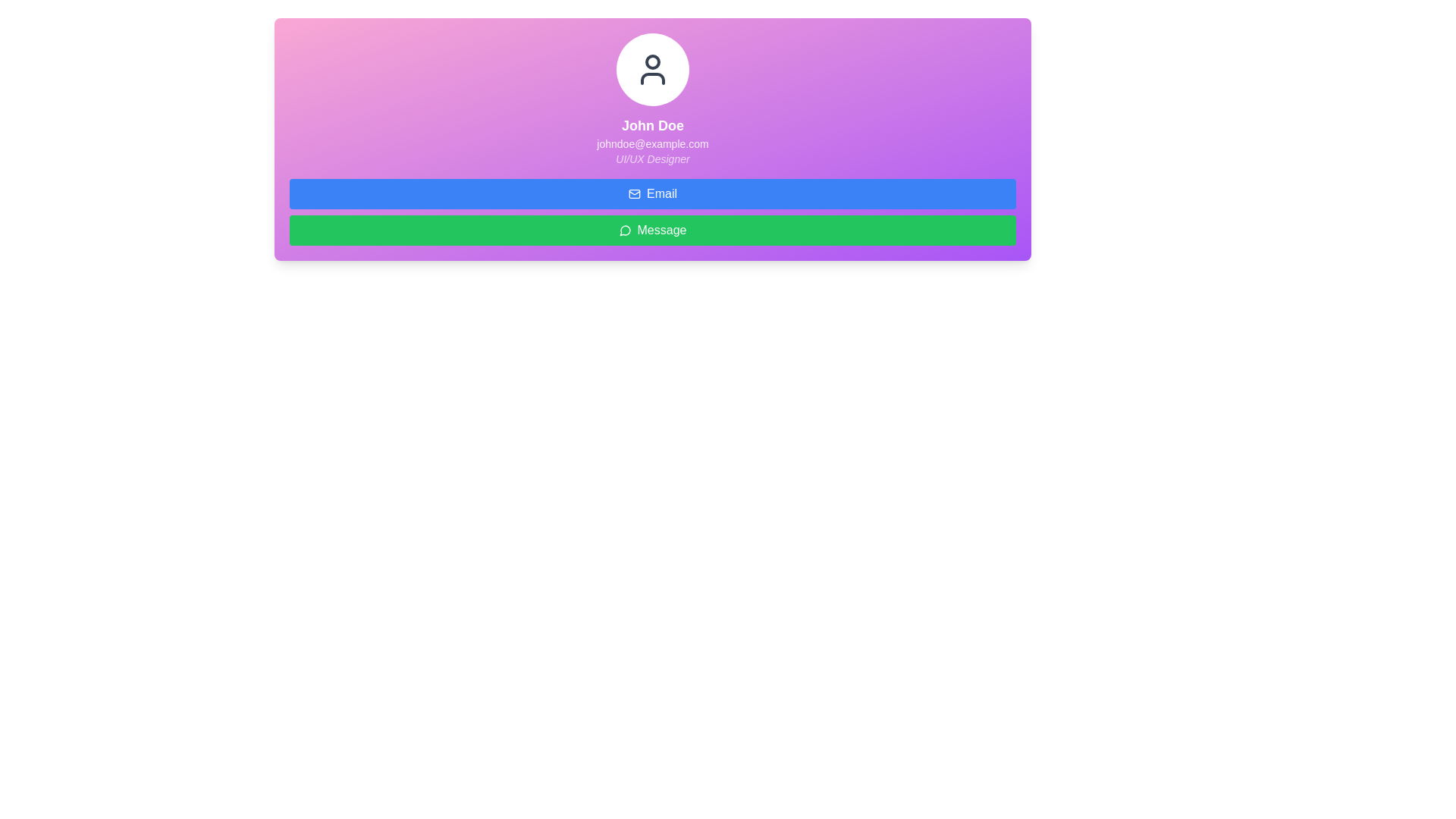  What do you see at coordinates (652, 70) in the screenshot?
I see `the user icon represented by a circular head and body, styled in gray and located within a white rounded background at the top-center of the interface` at bounding box center [652, 70].